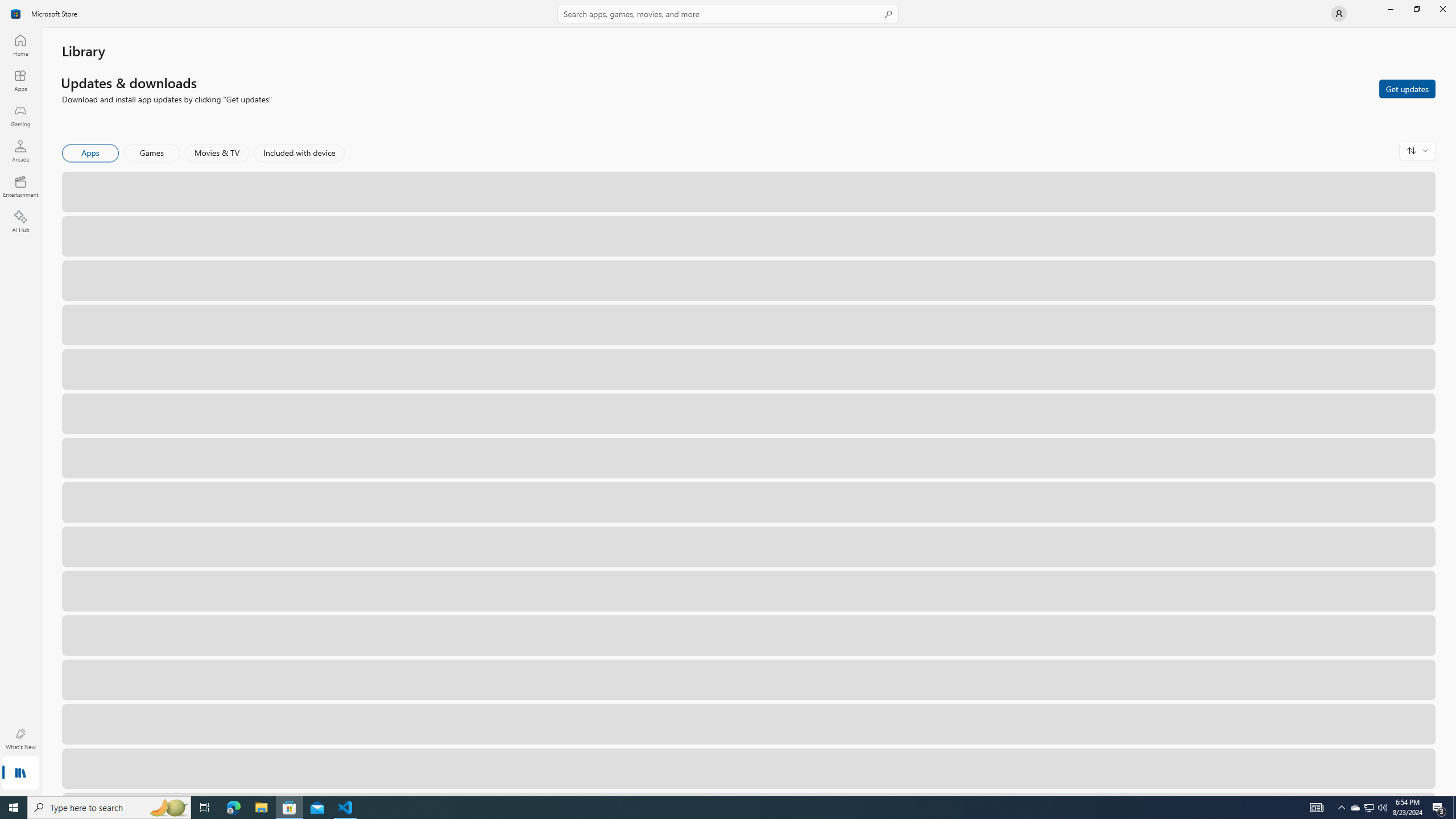  I want to click on 'Movies & TV', so click(216, 152).